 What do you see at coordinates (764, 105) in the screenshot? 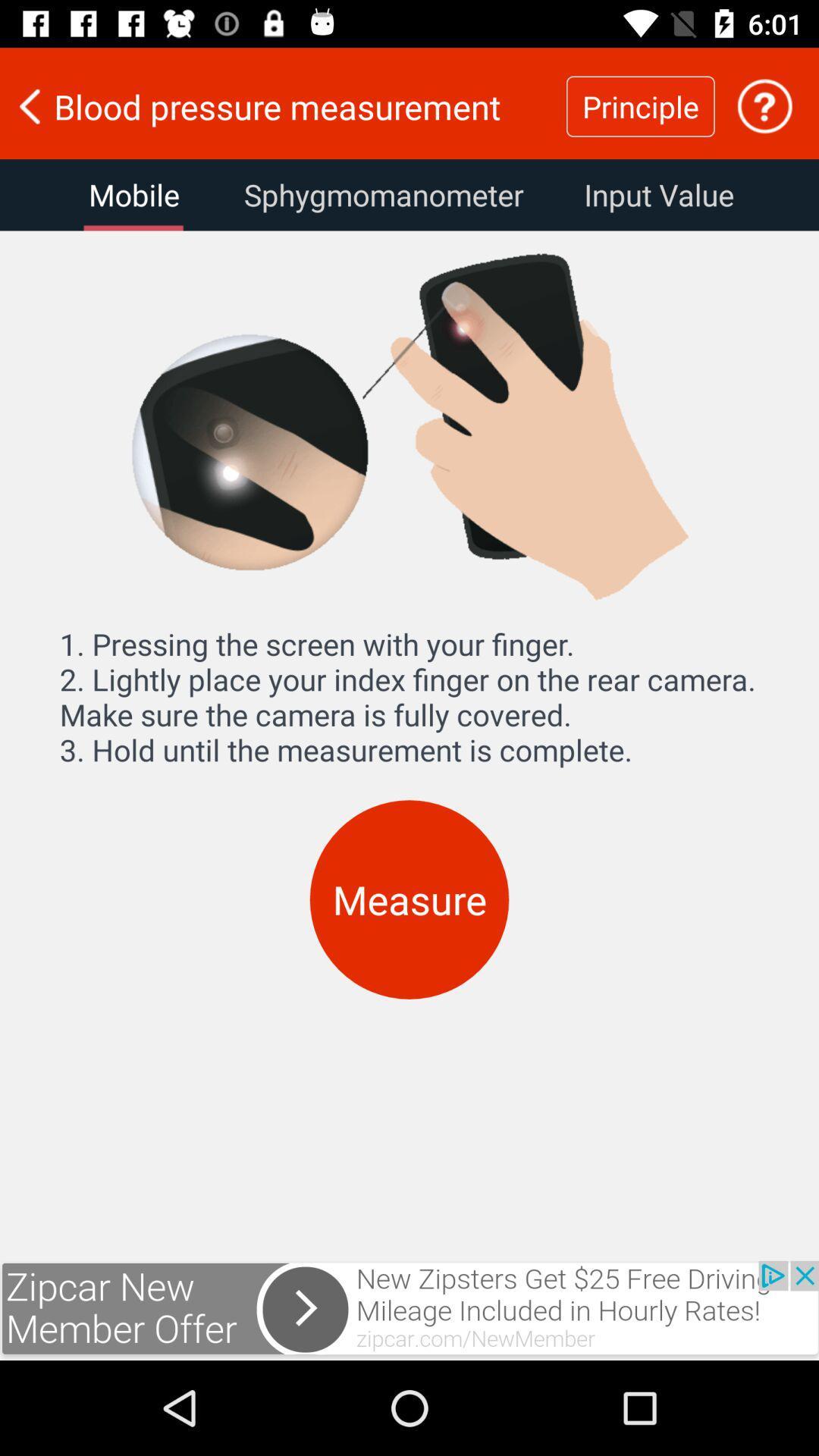
I see `the option to get help` at bounding box center [764, 105].